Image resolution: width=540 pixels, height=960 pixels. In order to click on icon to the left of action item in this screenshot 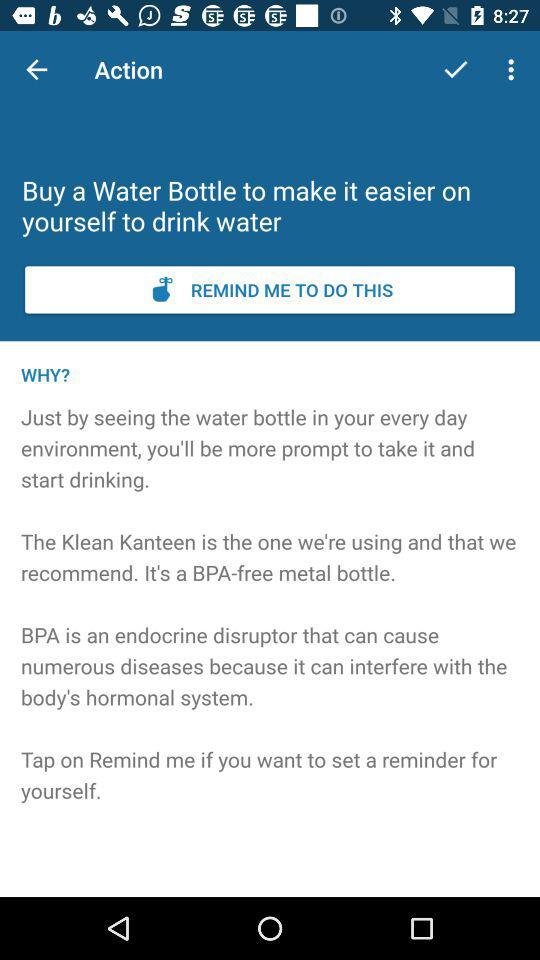, I will do `click(36, 69)`.